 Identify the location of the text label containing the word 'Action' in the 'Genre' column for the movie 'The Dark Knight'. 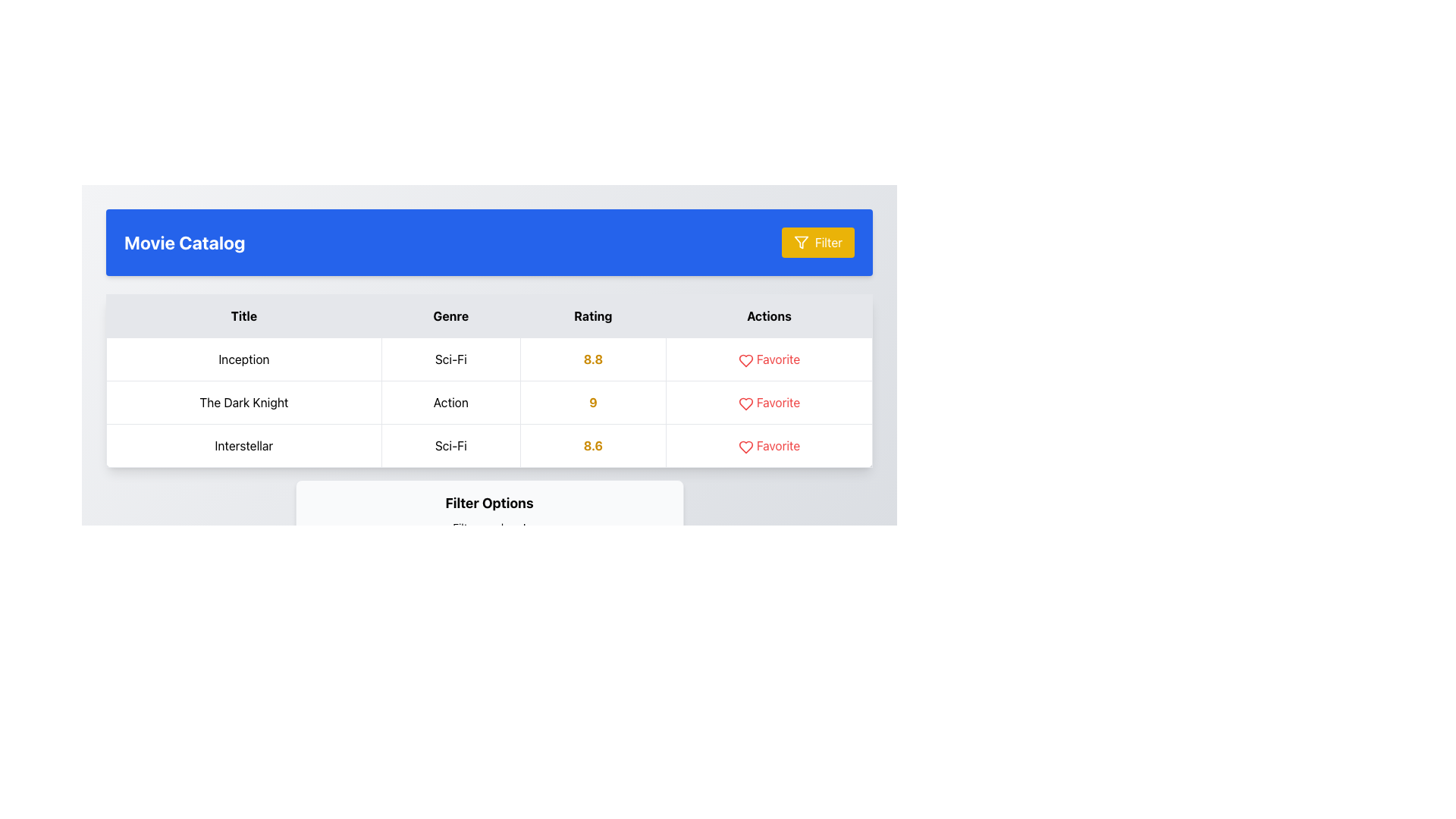
(450, 402).